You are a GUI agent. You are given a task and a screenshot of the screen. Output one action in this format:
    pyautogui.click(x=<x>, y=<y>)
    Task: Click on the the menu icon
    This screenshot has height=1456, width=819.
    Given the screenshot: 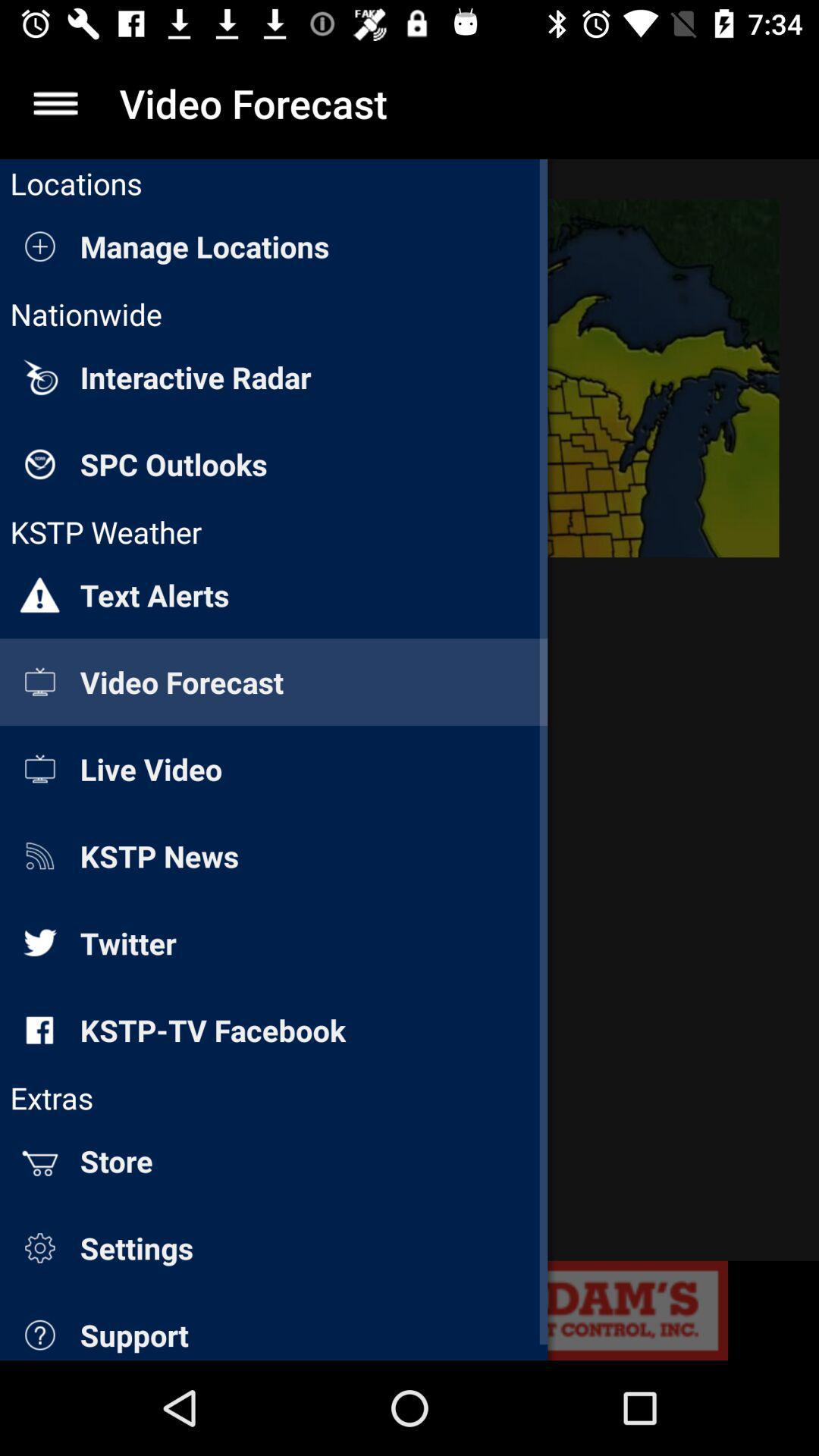 What is the action you would take?
    pyautogui.click(x=55, y=102)
    